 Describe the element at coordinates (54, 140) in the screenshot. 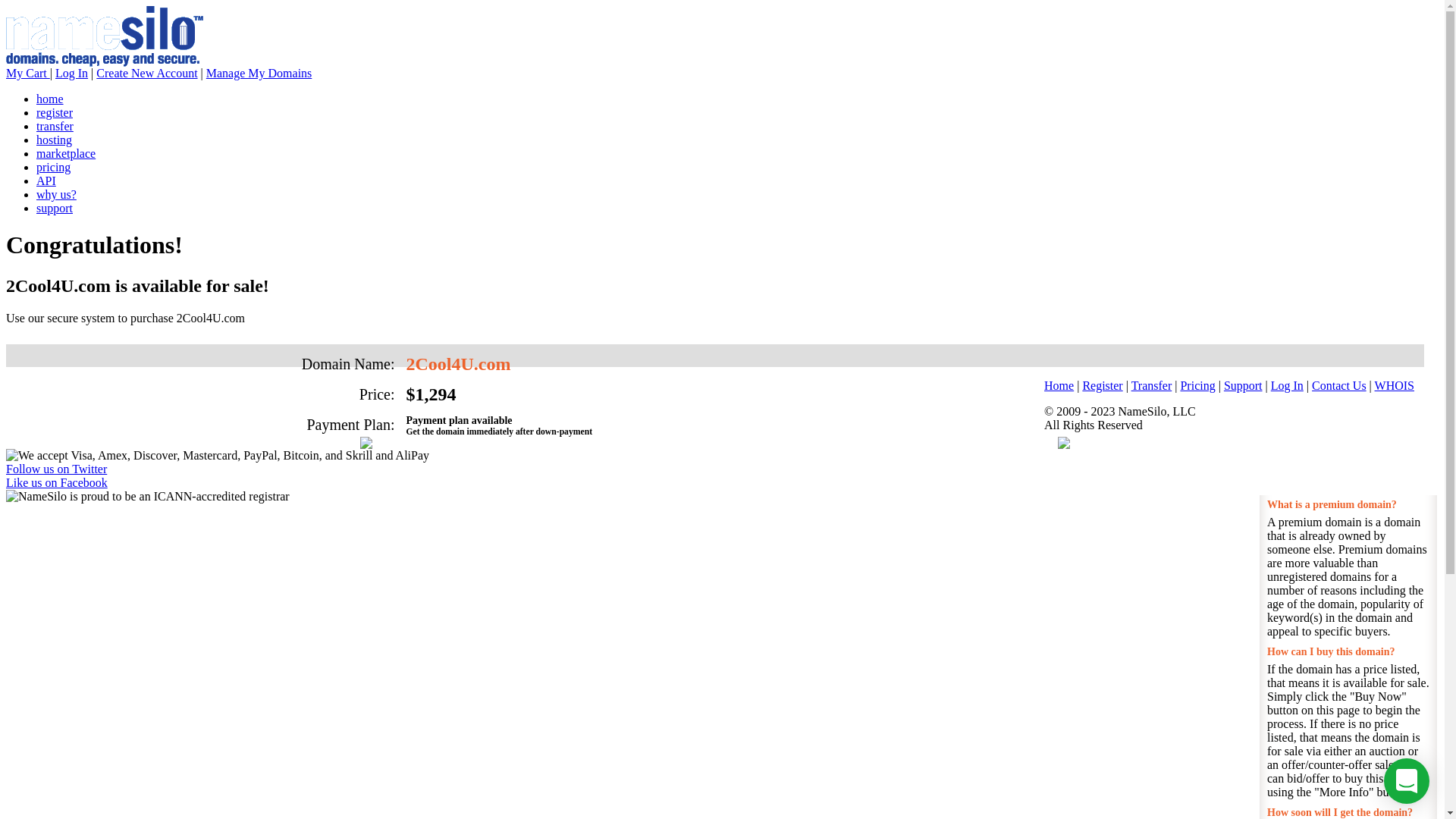

I see `'hosting'` at that location.